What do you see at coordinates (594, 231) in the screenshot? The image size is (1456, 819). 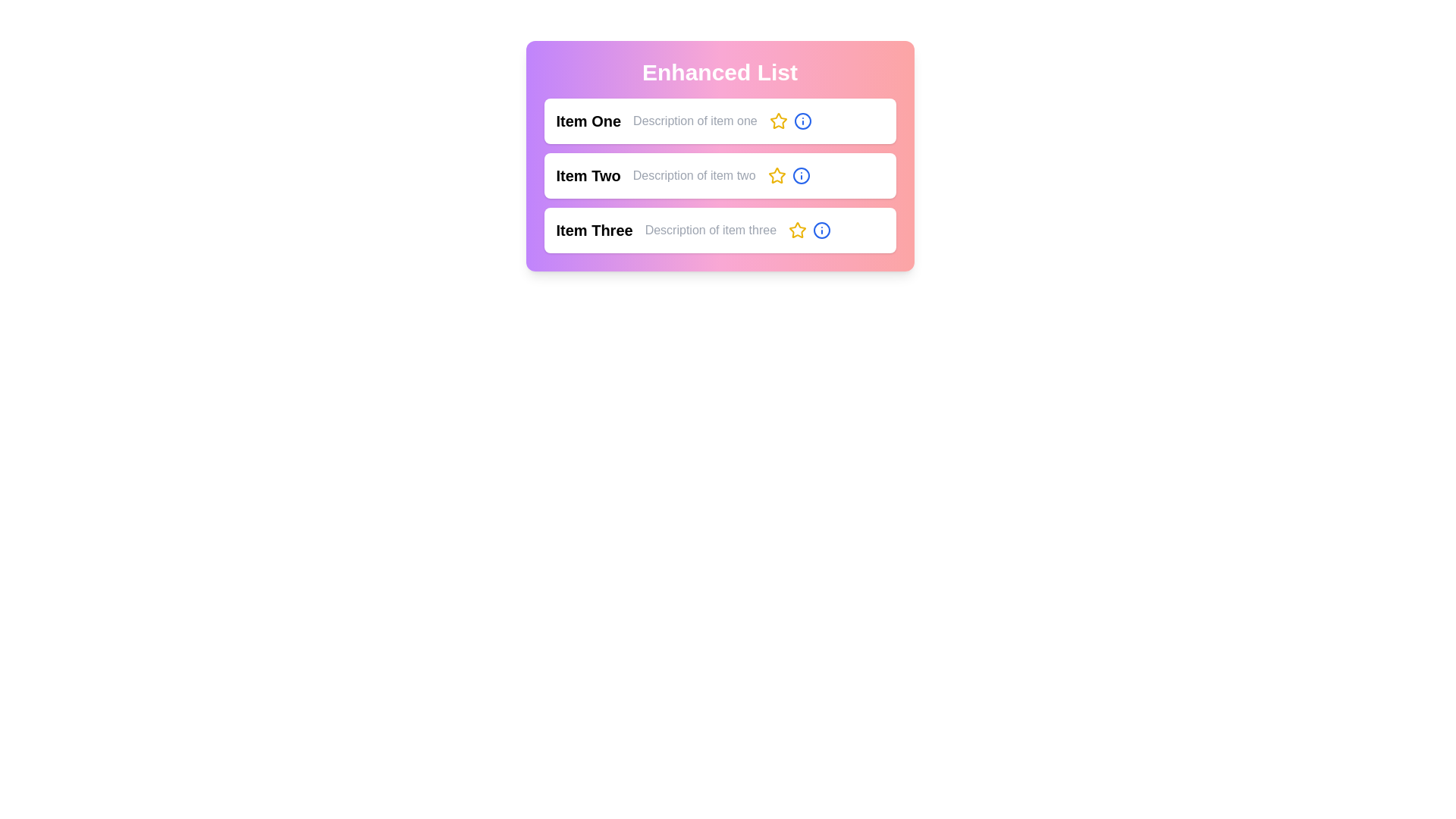 I see `the title of item Item Three to visually interact with it` at bounding box center [594, 231].